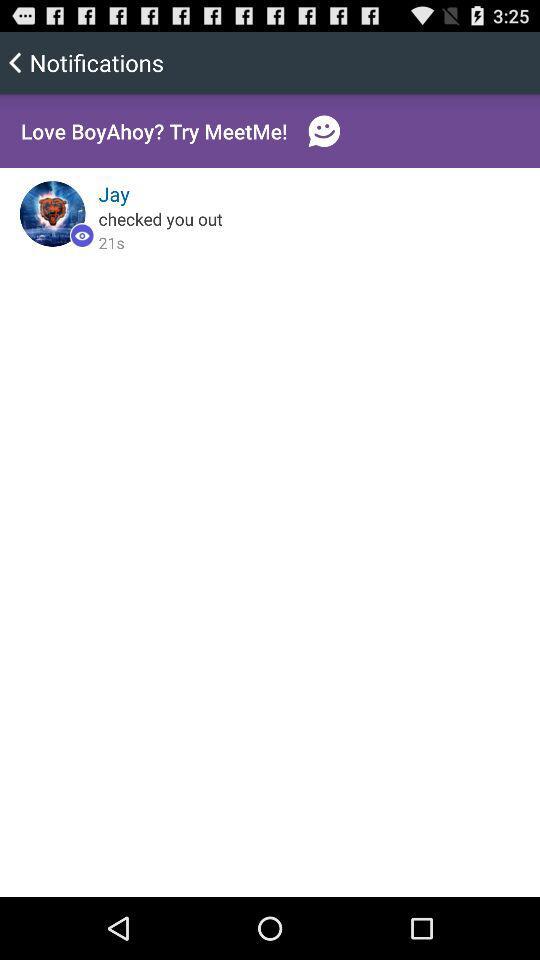 This screenshot has width=540, height=960. I want to click on the jay item, so click(114, 194).